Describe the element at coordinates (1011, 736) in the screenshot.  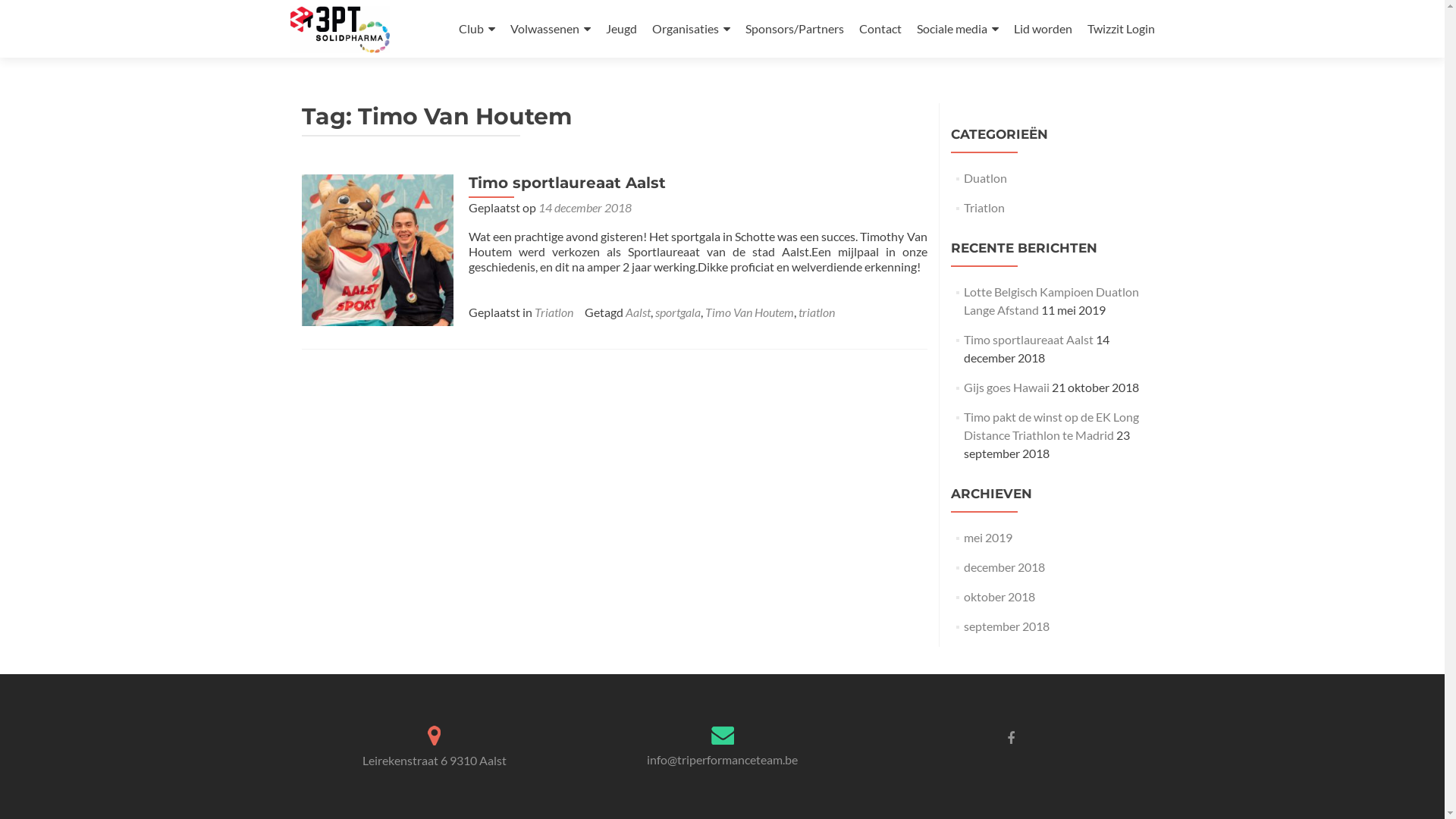
I see `'Facebook link'` at that location.